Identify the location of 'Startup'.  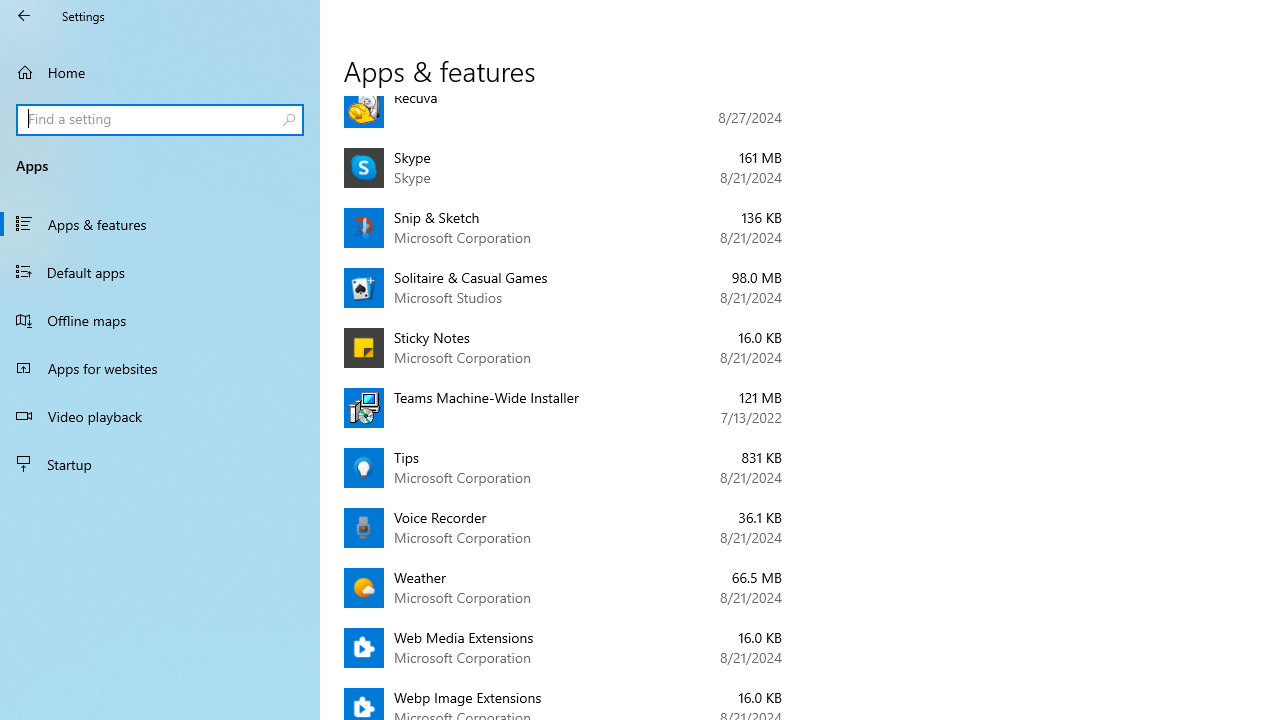
(160, 464).